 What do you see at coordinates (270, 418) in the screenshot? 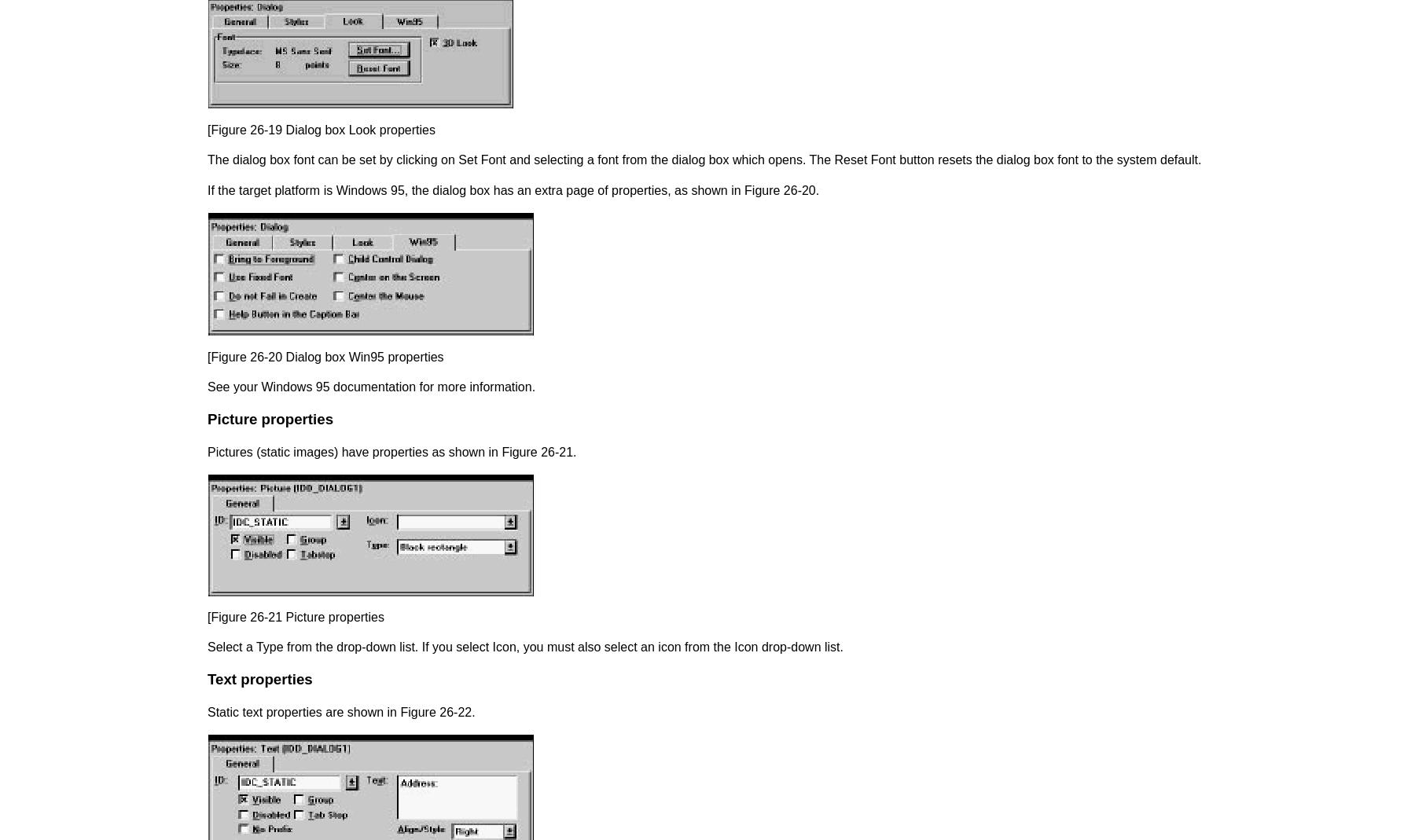
I see `'Picture properties'` at bounding box center [270, 418].